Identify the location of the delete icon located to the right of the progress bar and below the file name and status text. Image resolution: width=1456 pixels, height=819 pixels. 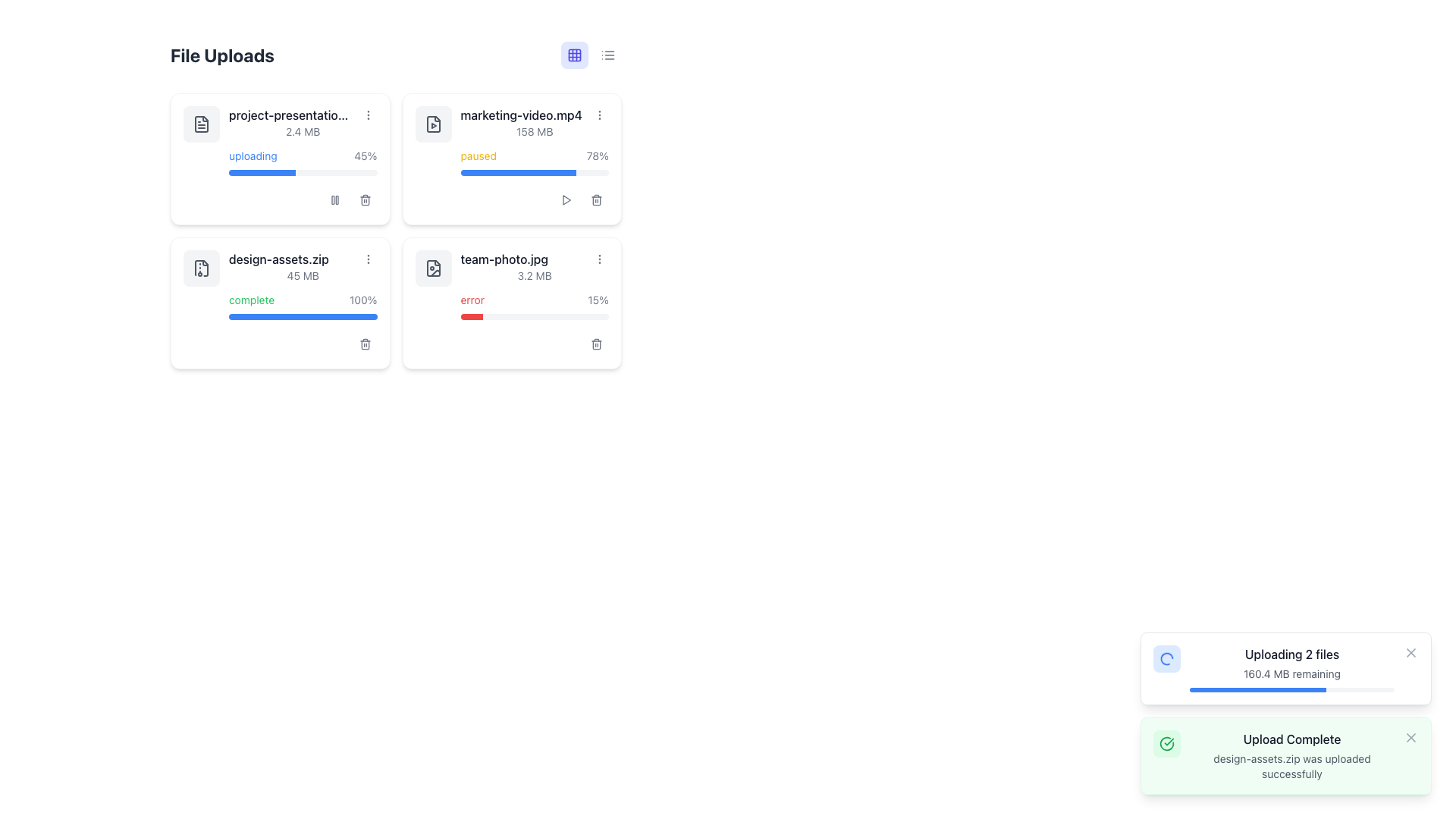
(365, 345).